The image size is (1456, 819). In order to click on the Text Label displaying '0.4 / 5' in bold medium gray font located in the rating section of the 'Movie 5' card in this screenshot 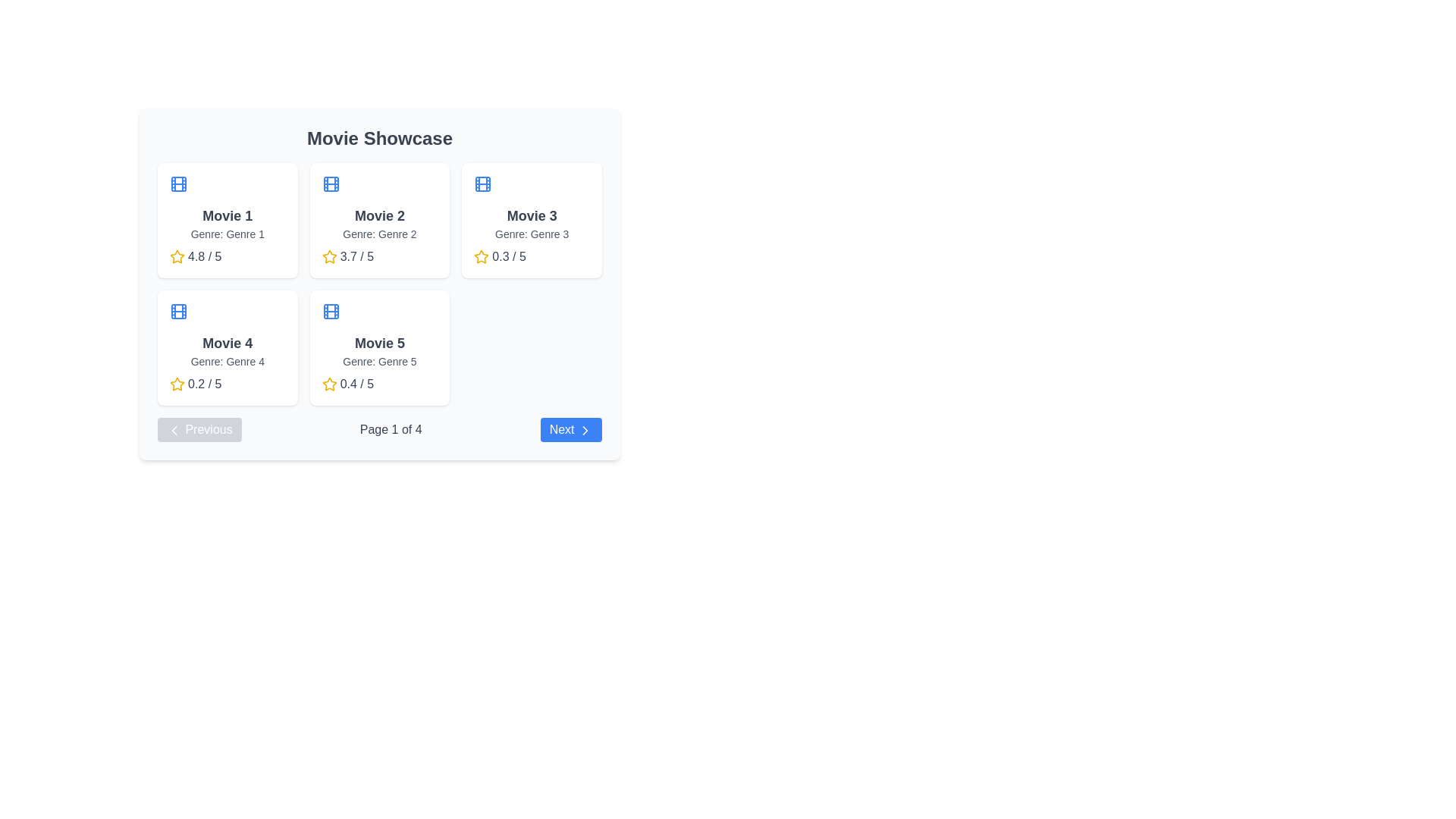, I will do `click(356, 383)`.